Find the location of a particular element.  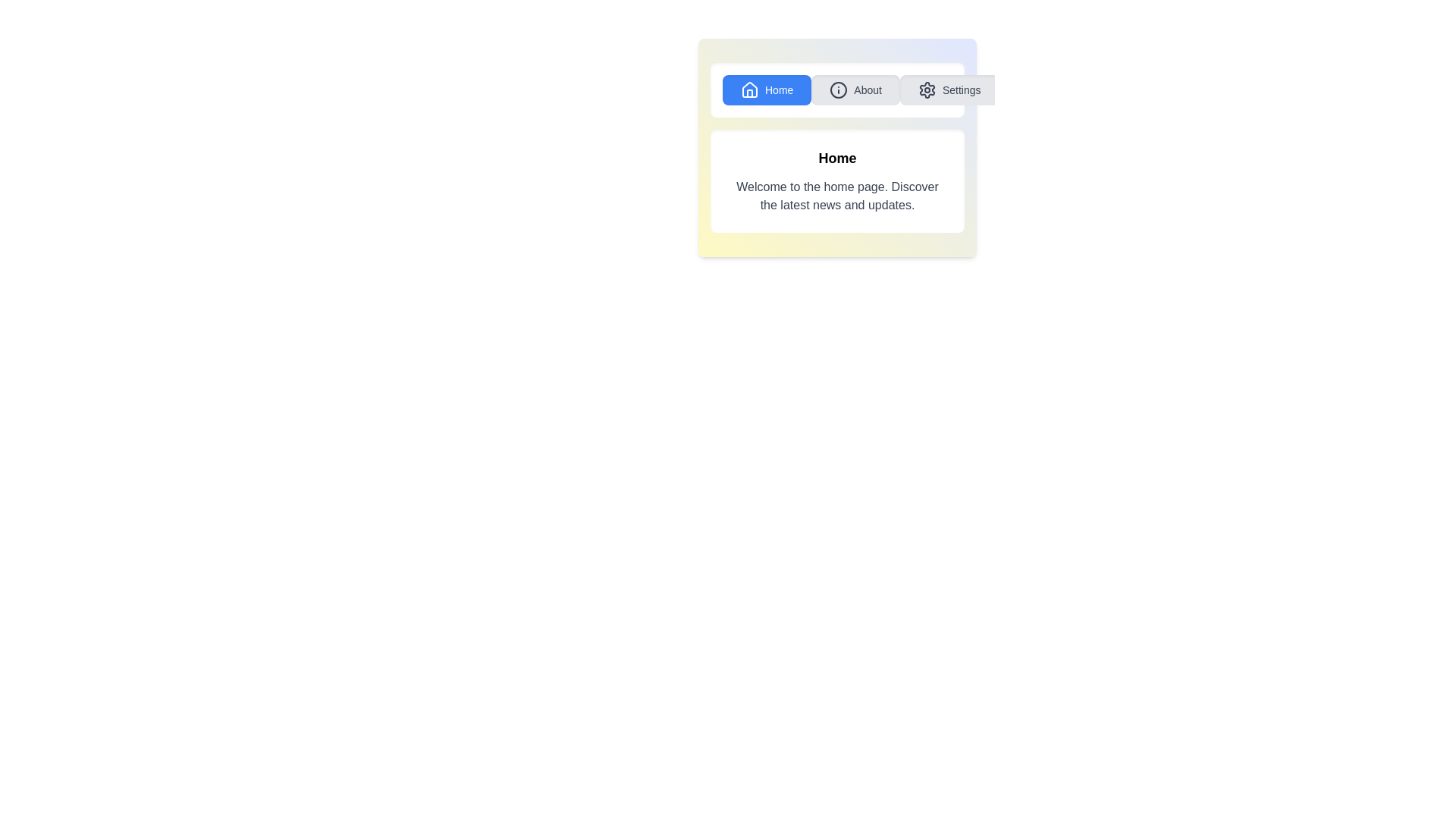

the About tab to display its content is located at coordinates (855, 90).